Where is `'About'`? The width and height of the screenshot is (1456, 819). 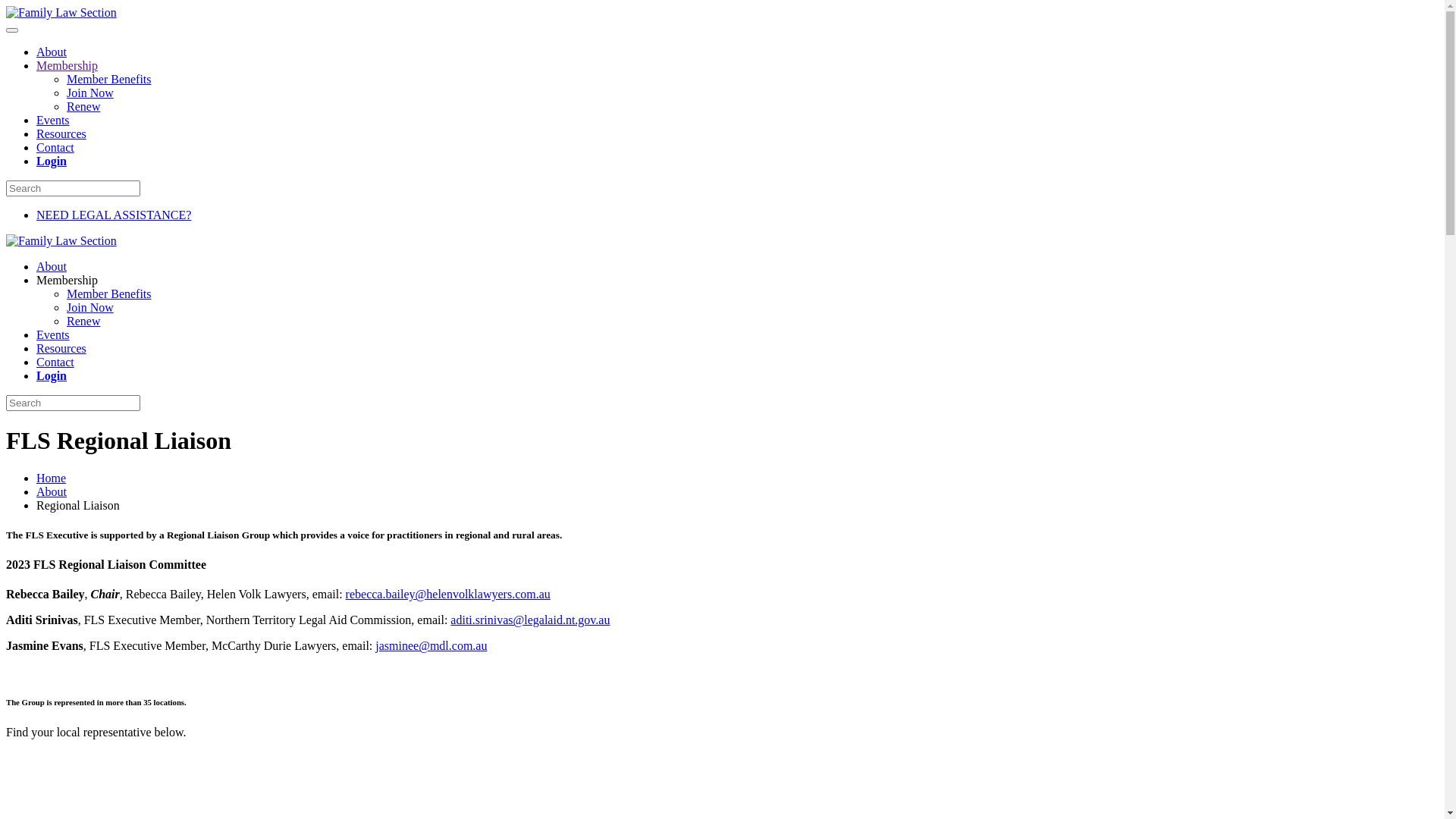 'About' is located at coordinates (51, 491).